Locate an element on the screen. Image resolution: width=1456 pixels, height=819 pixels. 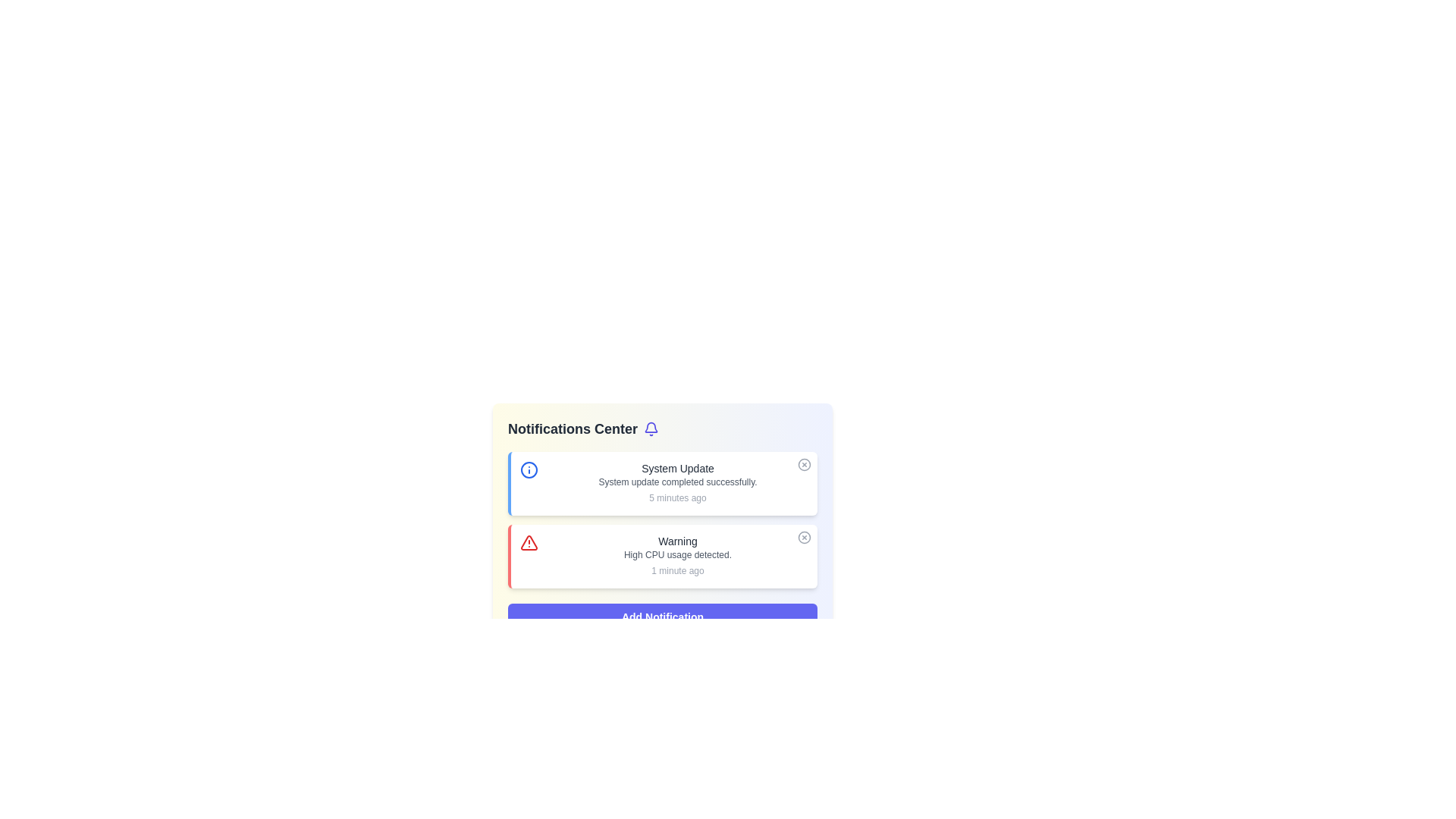
the text label displaying '5 minutes ago', which is located below the 'System update completed successfully.' message in the notification box is located at coordinates (676, 497).